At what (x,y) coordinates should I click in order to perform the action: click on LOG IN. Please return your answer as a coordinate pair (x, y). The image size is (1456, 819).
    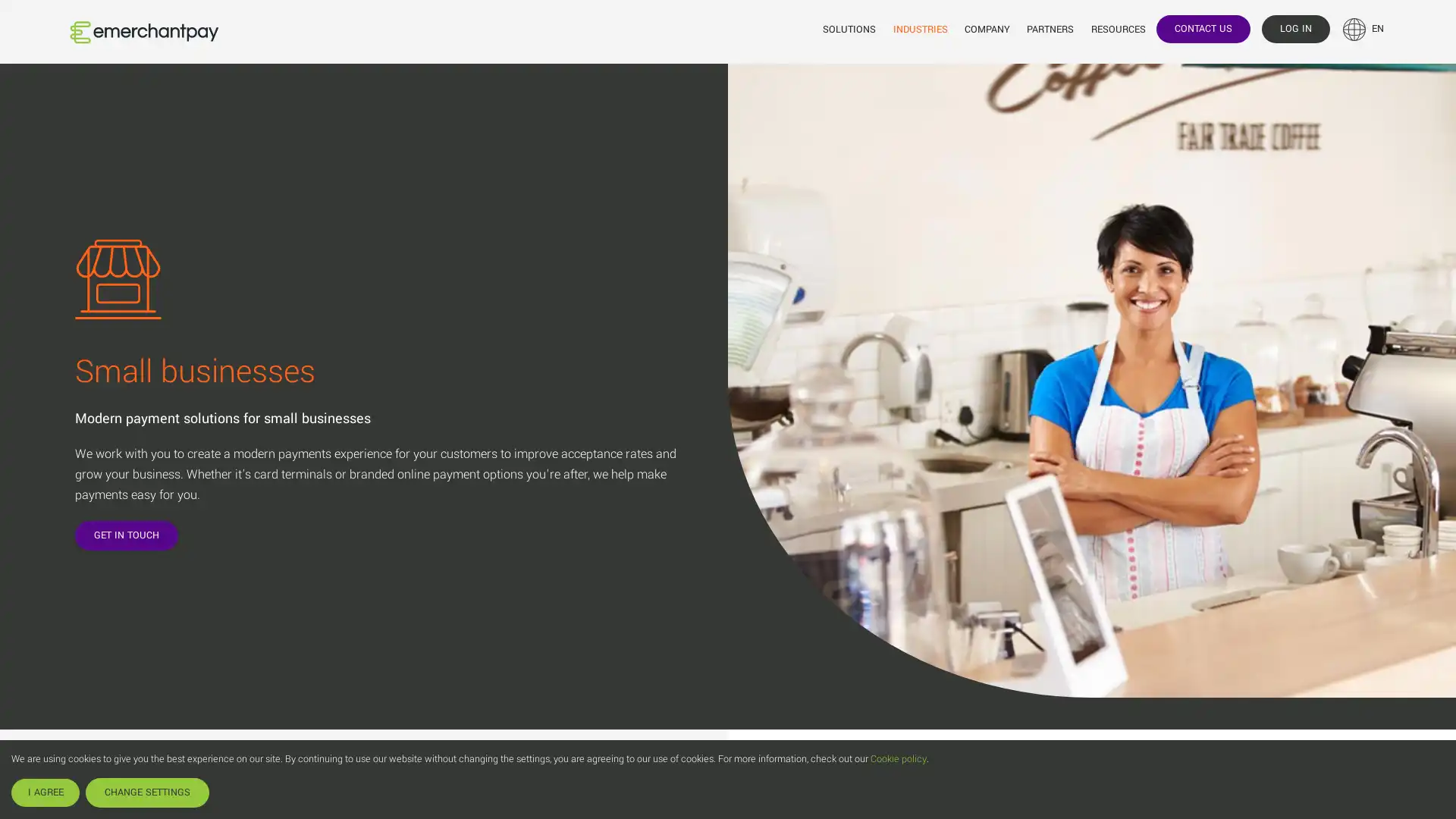
    Looking at the image, I should click on (1294, 28).